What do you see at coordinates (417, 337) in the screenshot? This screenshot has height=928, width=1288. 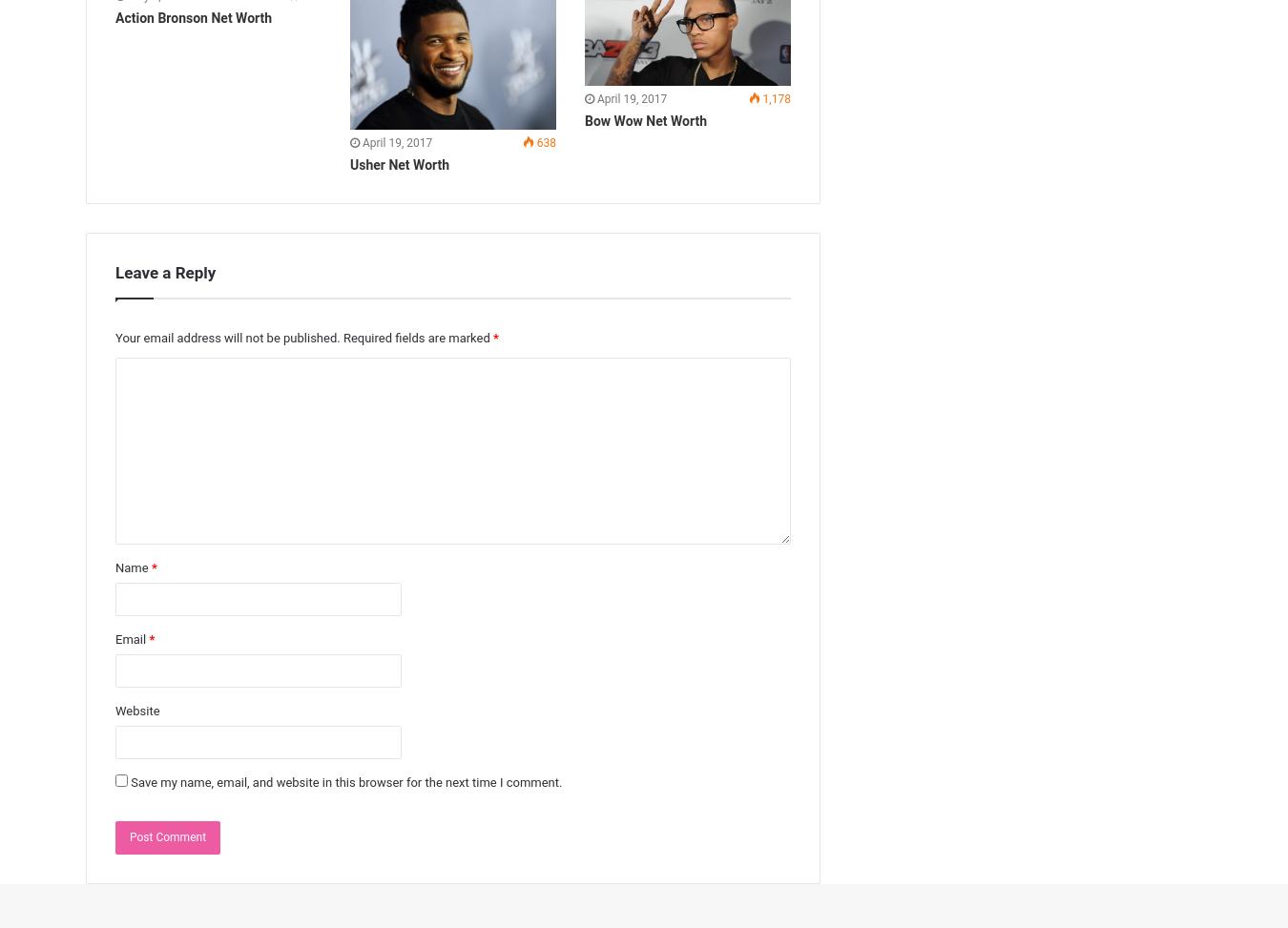 I see `'Required fields are marked'` at bounding box center [417, 337].